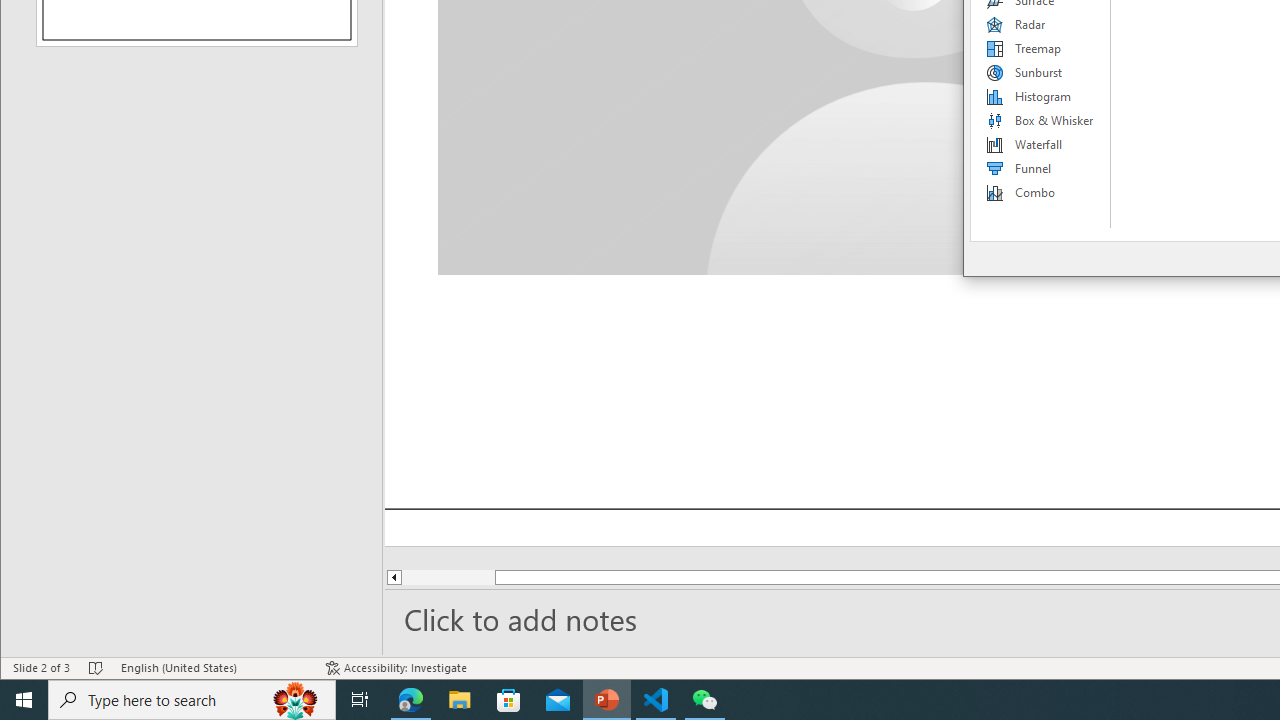 Image resolution: width=1280 pixels, height=720 pixels. What do you see at coordinates (1040, 192) in the screenshot?
I see `'Combo'` at bounding box center [1040, 192].